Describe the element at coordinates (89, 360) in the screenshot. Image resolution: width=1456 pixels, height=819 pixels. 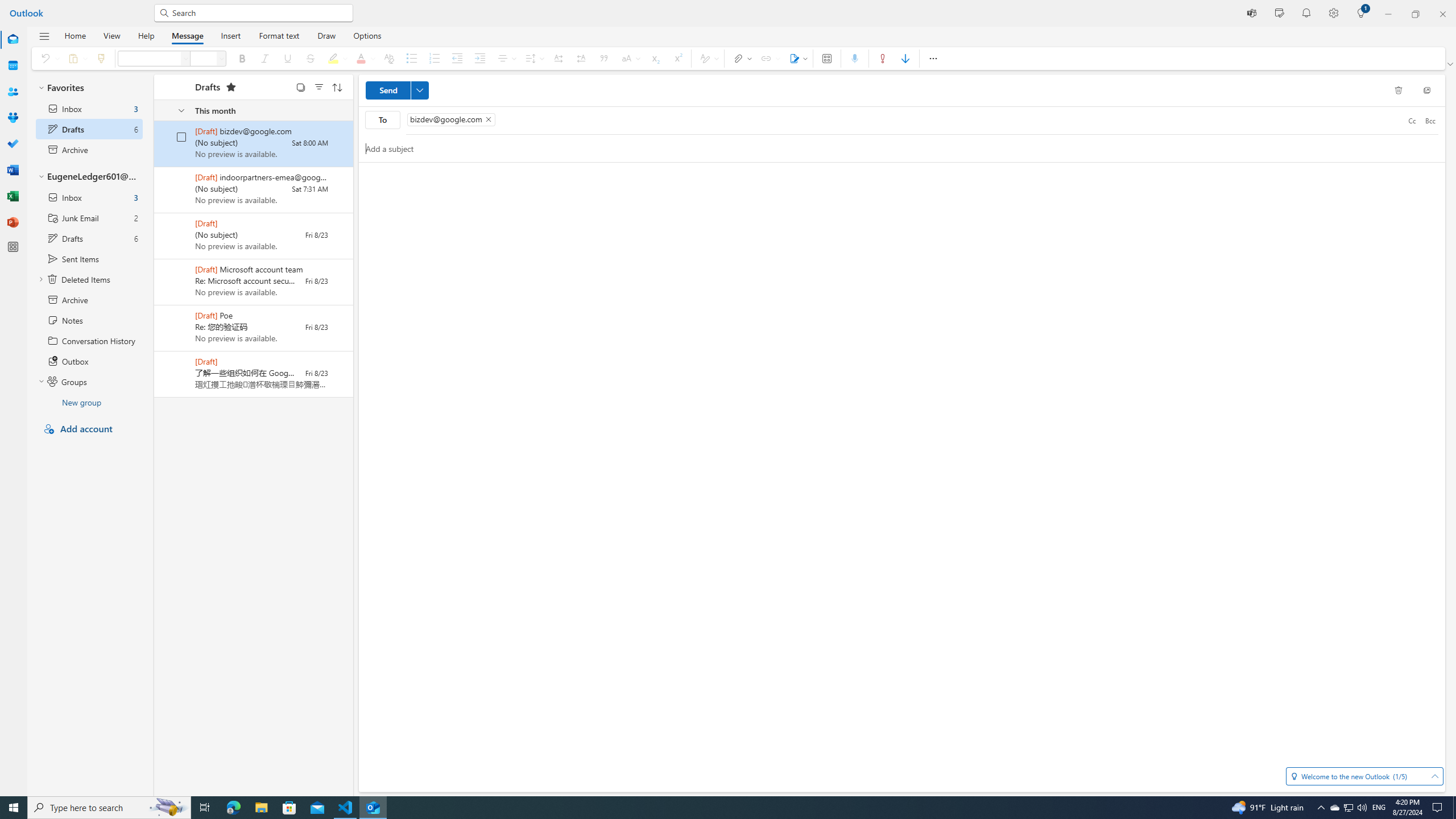
I see `'Outbox'` at that location.